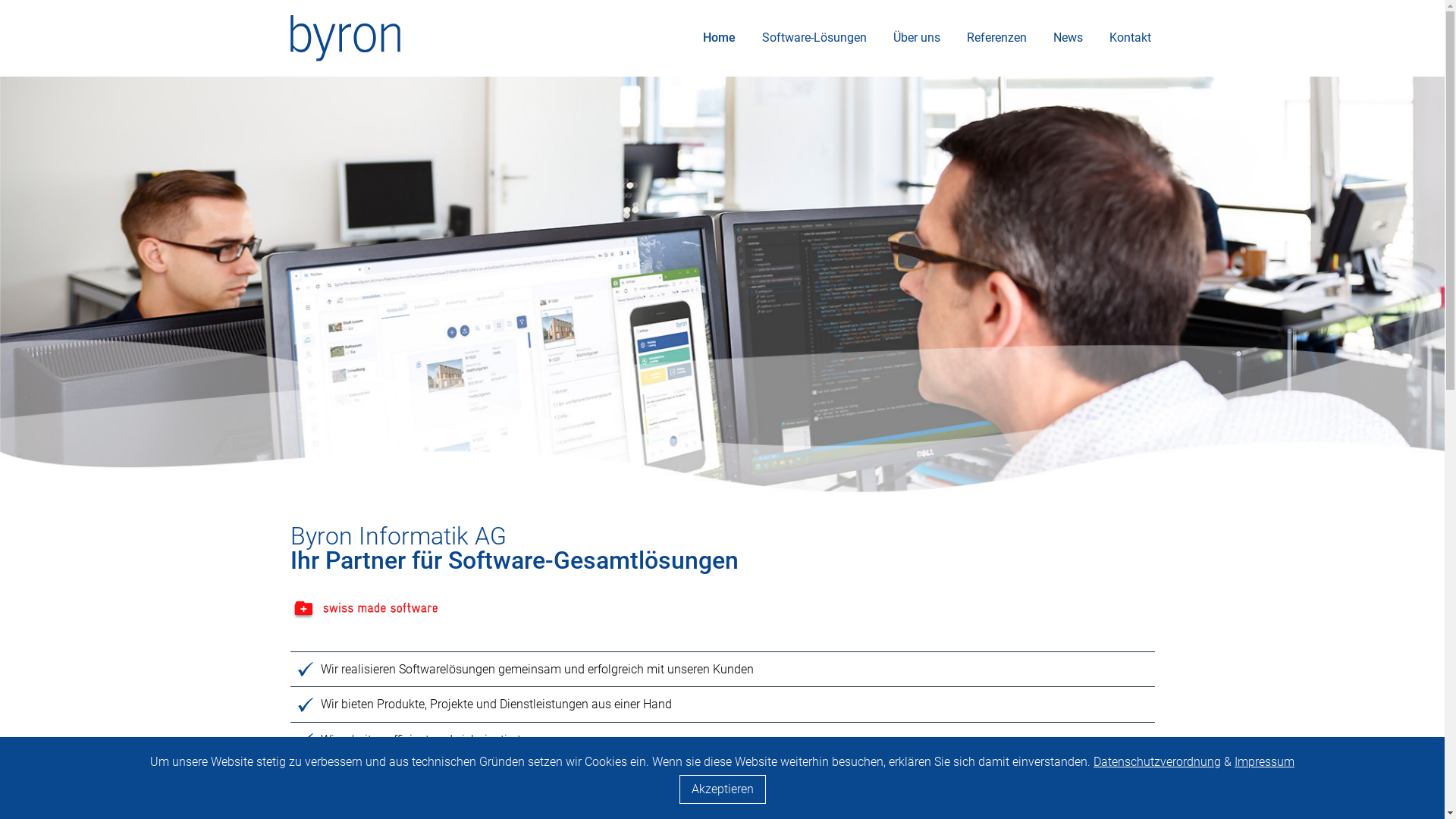  What do you see at coordinates (1130, 37) in the screenshot?
I see `'Kontakt'` at bounding box center [1130, 37].